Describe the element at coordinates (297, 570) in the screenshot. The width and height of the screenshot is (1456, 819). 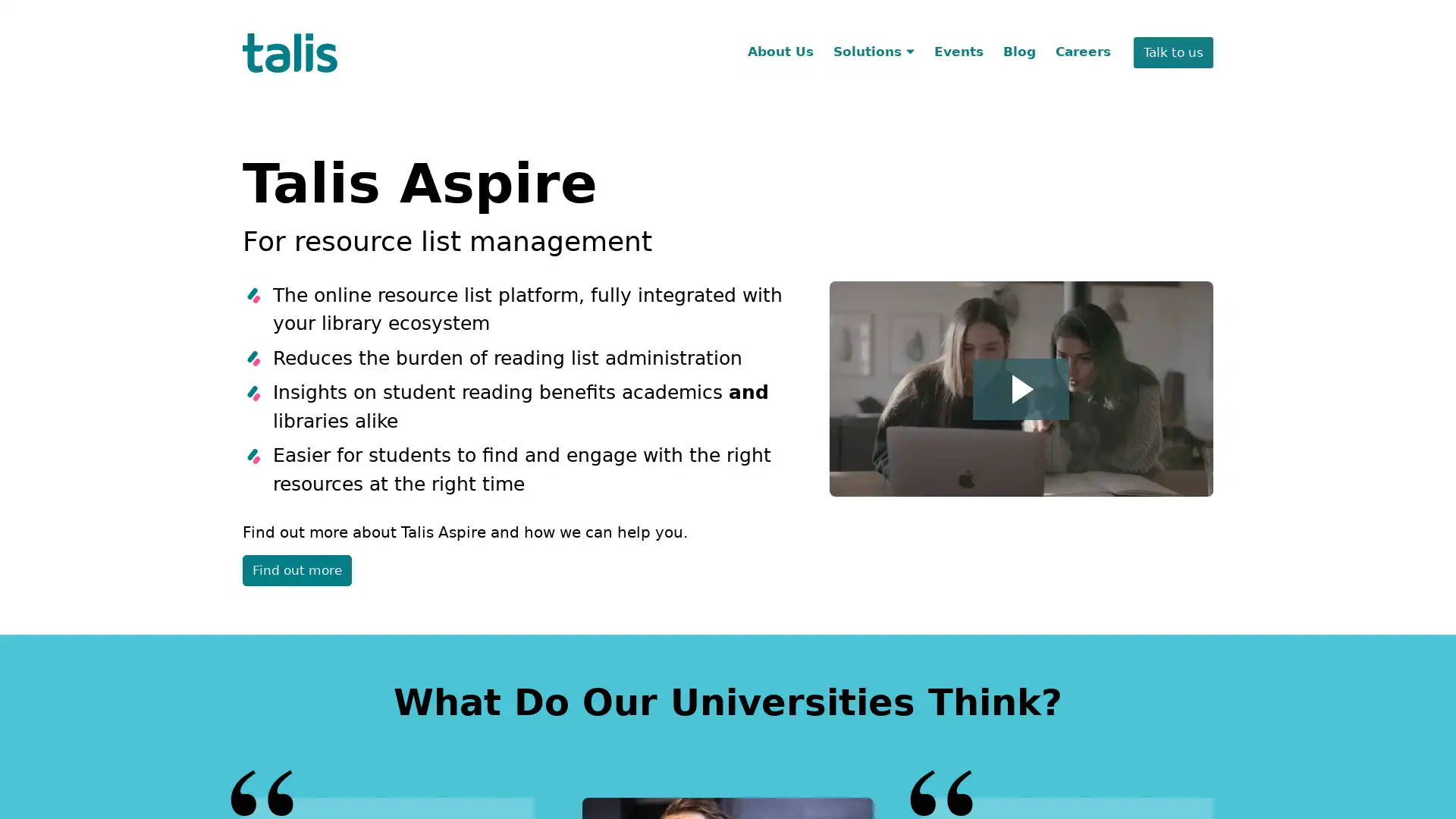
I see `Find out more` at that location.